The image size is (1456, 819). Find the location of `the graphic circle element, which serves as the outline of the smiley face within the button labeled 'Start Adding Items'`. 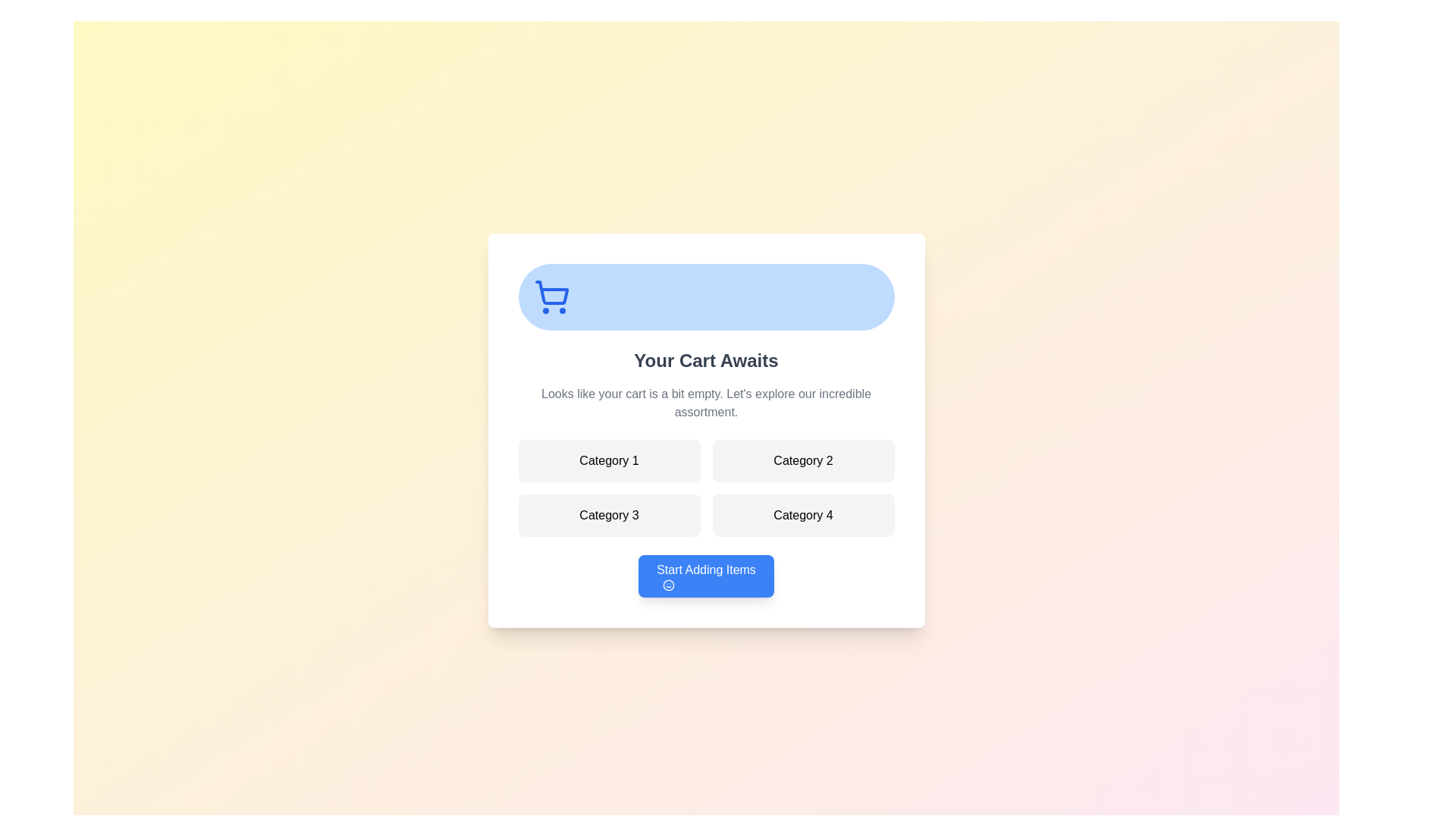

the graphic circle element, which serves as the outline of the smiley face within the button labeled 'Start Adding Items' is located at coordinates (668, 584).